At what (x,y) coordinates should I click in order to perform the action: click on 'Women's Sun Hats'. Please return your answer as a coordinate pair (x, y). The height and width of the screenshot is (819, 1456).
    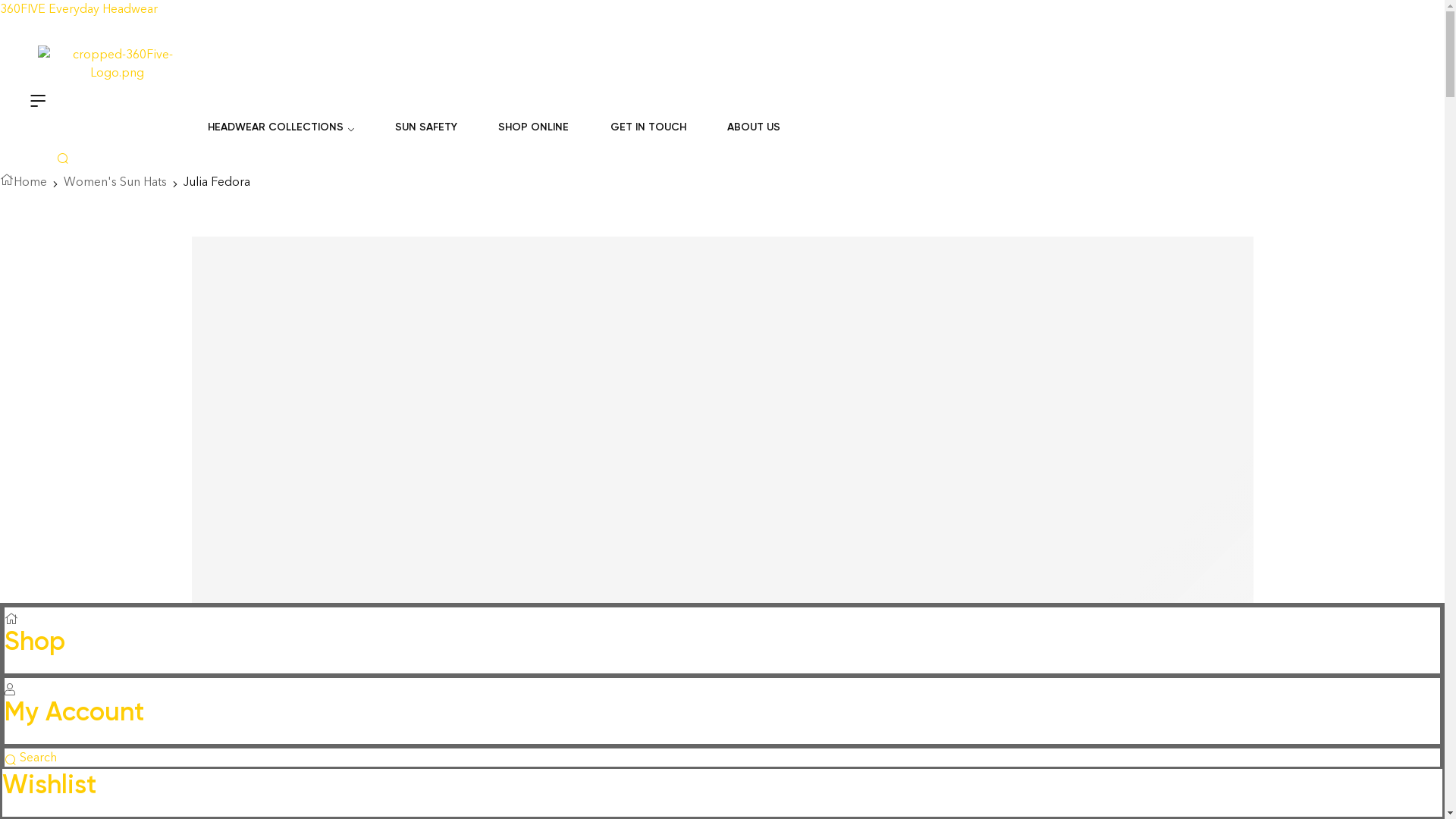
    Looking at the image, I should click on (62, 180).